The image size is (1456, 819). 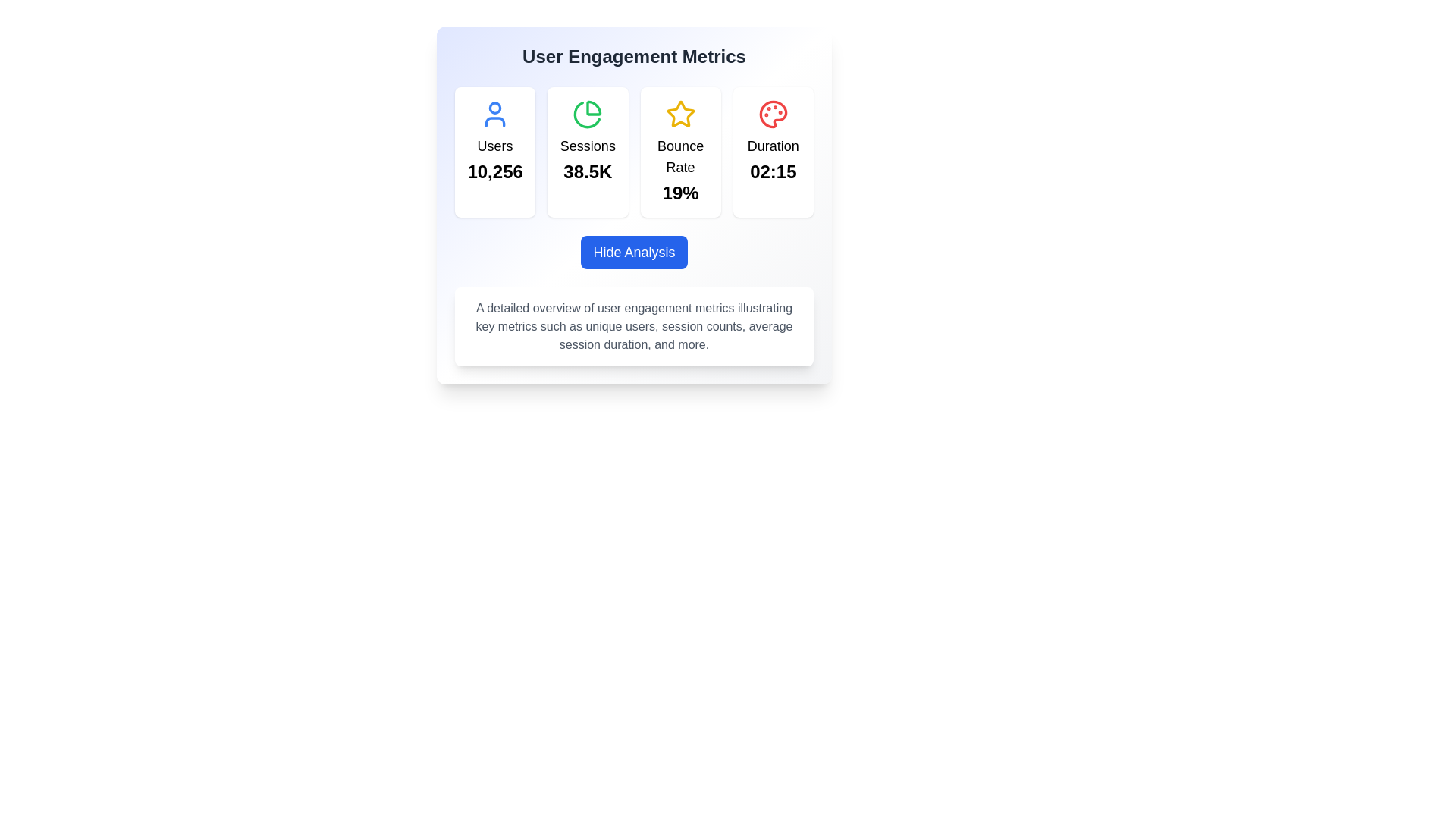 What do you see at coordinates (587, 171) in the screenshot?
I see `the text label displaying the numerical value of sessions, located within the 'Sessions' card, positioned below the 'Sessions' label and above the base of the card` at bounding box center [587, 171].